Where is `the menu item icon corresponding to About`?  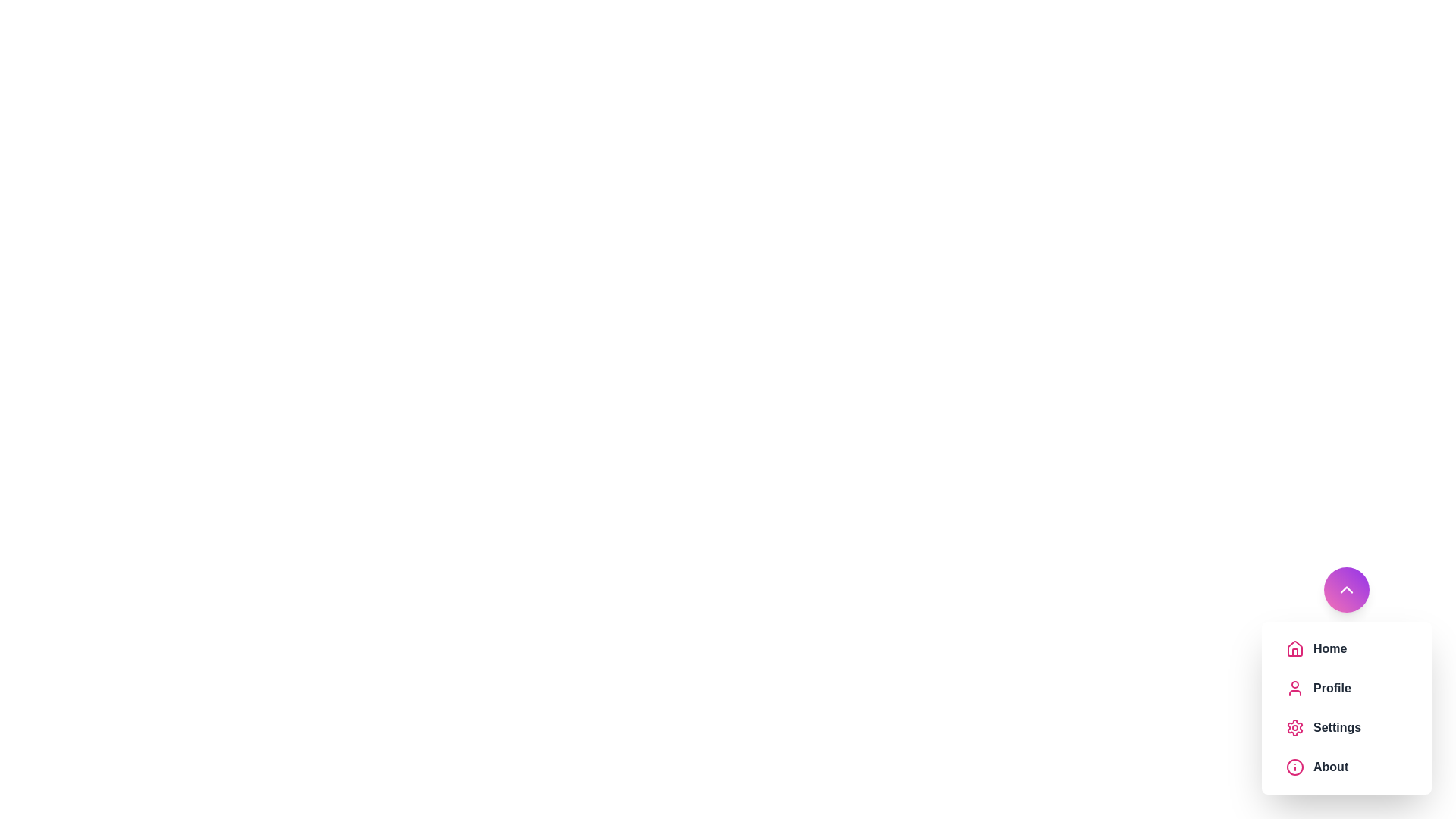
the menu item icon corresponding to About is located at coordinates (1294, 767).